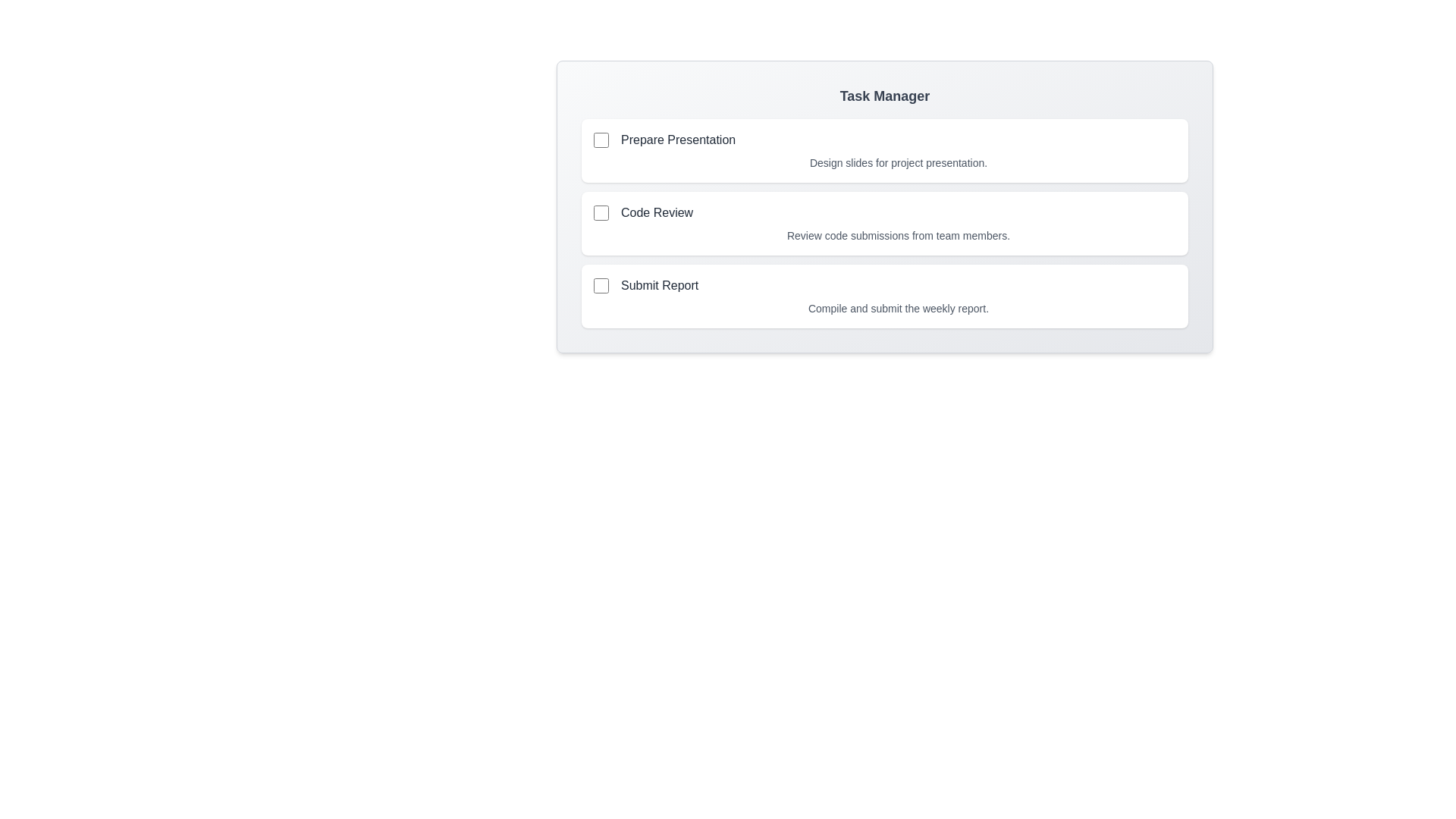 Image resolution: width=1456 pixels, height=819 pixels. Describe the element at coordinates (884, 223) in the screenshot. I see `the task card for Code Review` at that location.